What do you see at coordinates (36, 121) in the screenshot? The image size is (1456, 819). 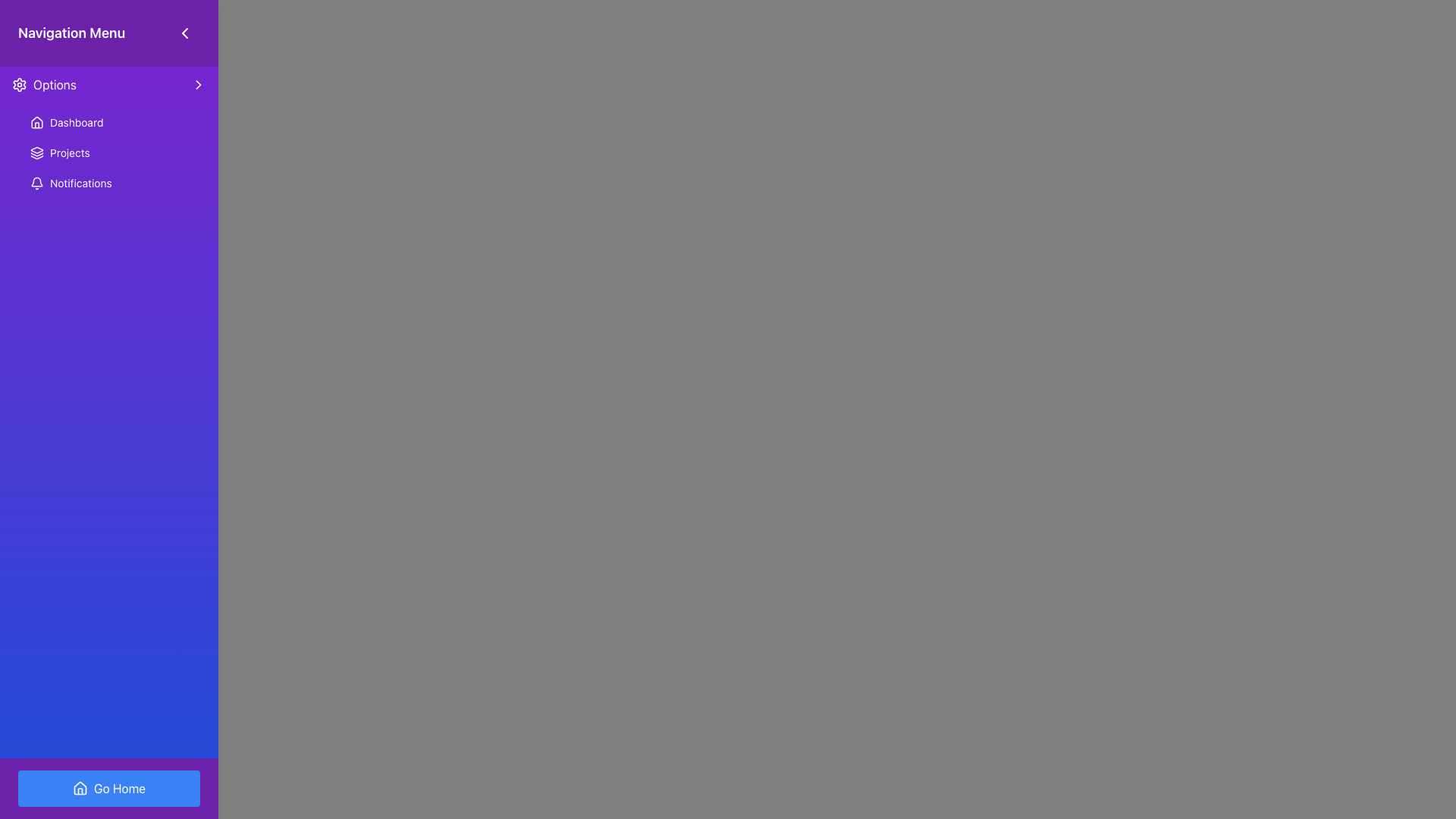 I see `the house outline icon in the blue 'Go Home' button` at bounding box center [36, 121].